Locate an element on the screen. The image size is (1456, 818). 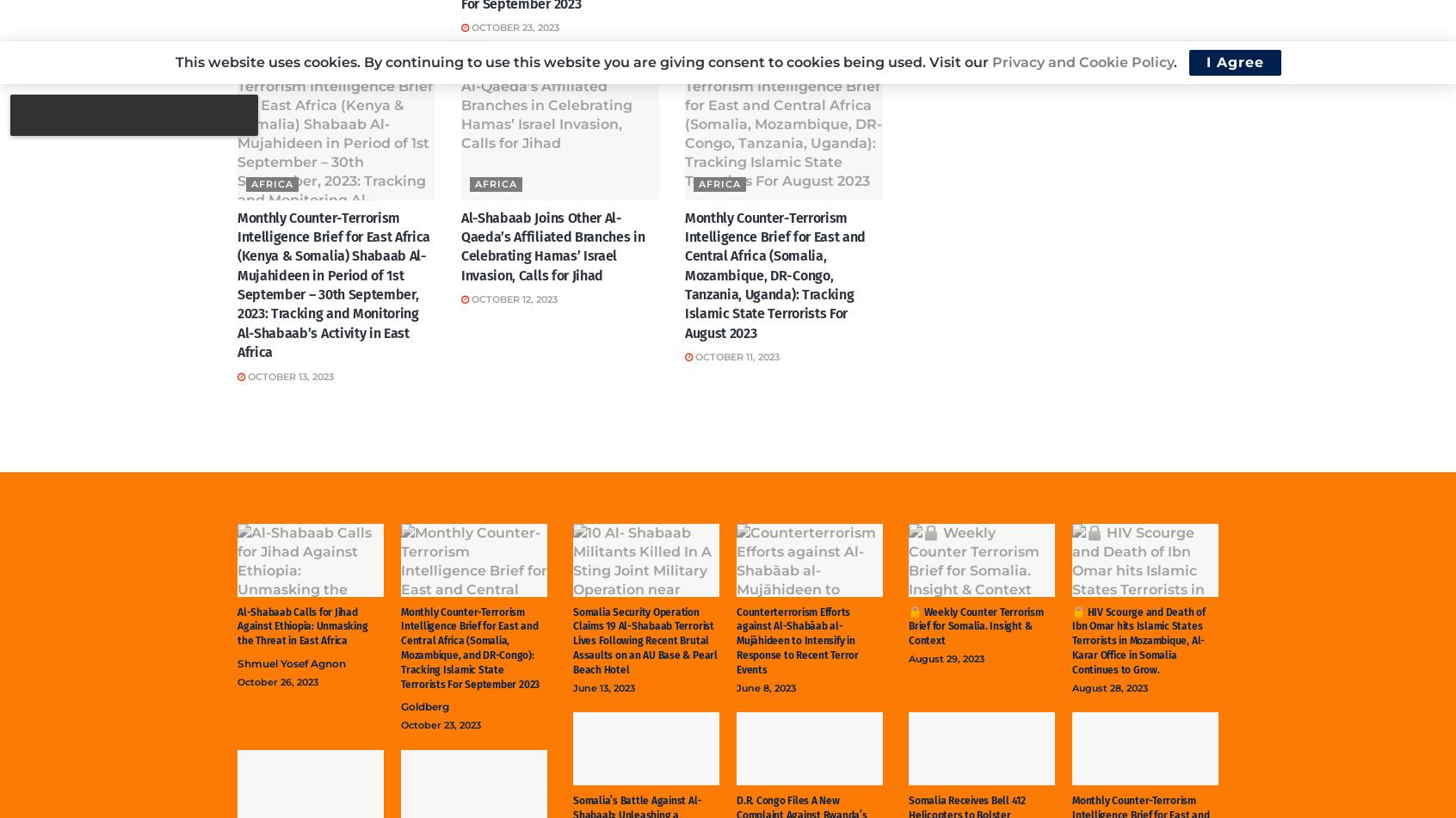
'October 13, 2023' is located at coordinates (288, 375).